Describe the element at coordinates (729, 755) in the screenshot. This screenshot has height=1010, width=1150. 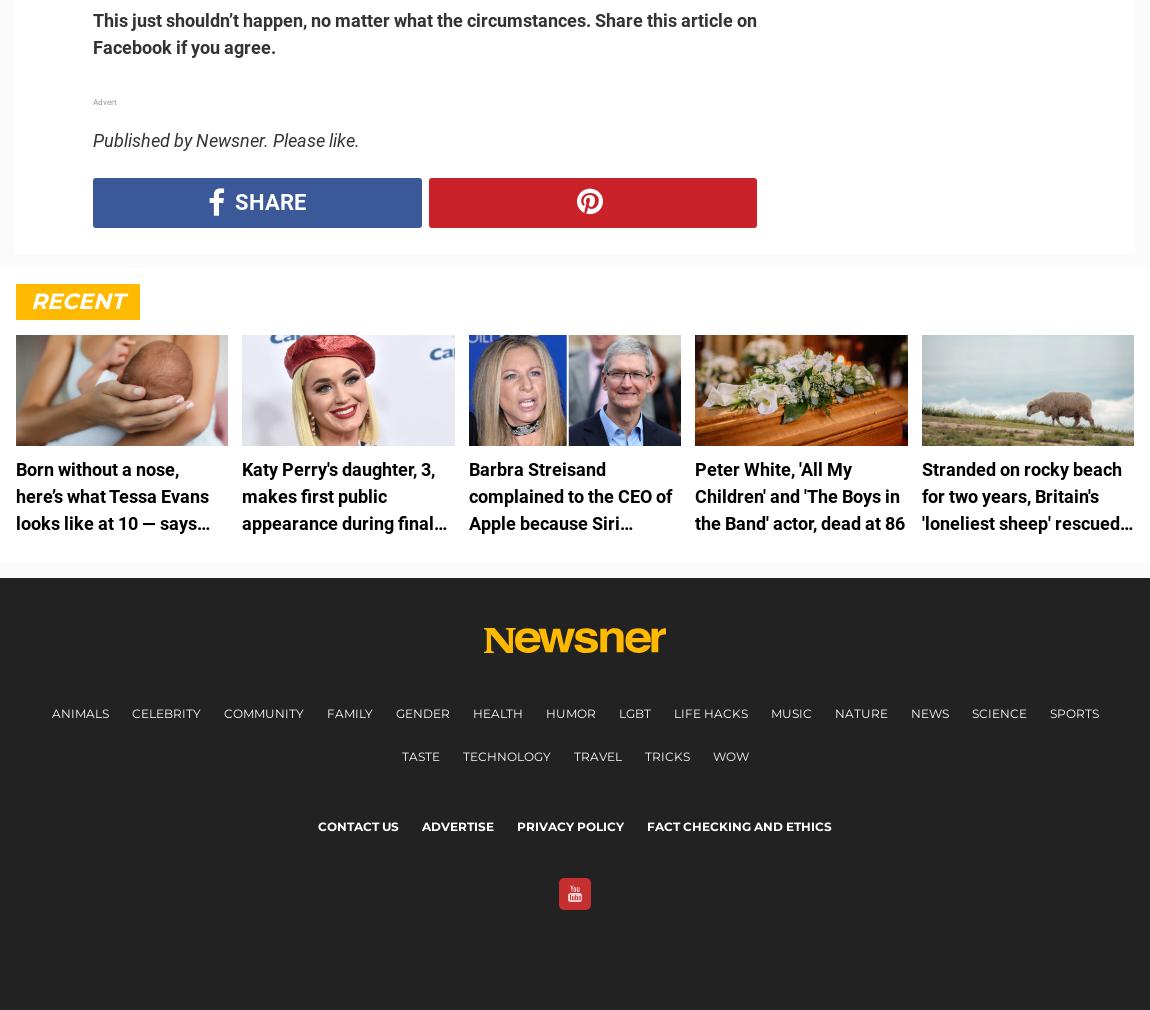
I see `'WOW'` at that location.